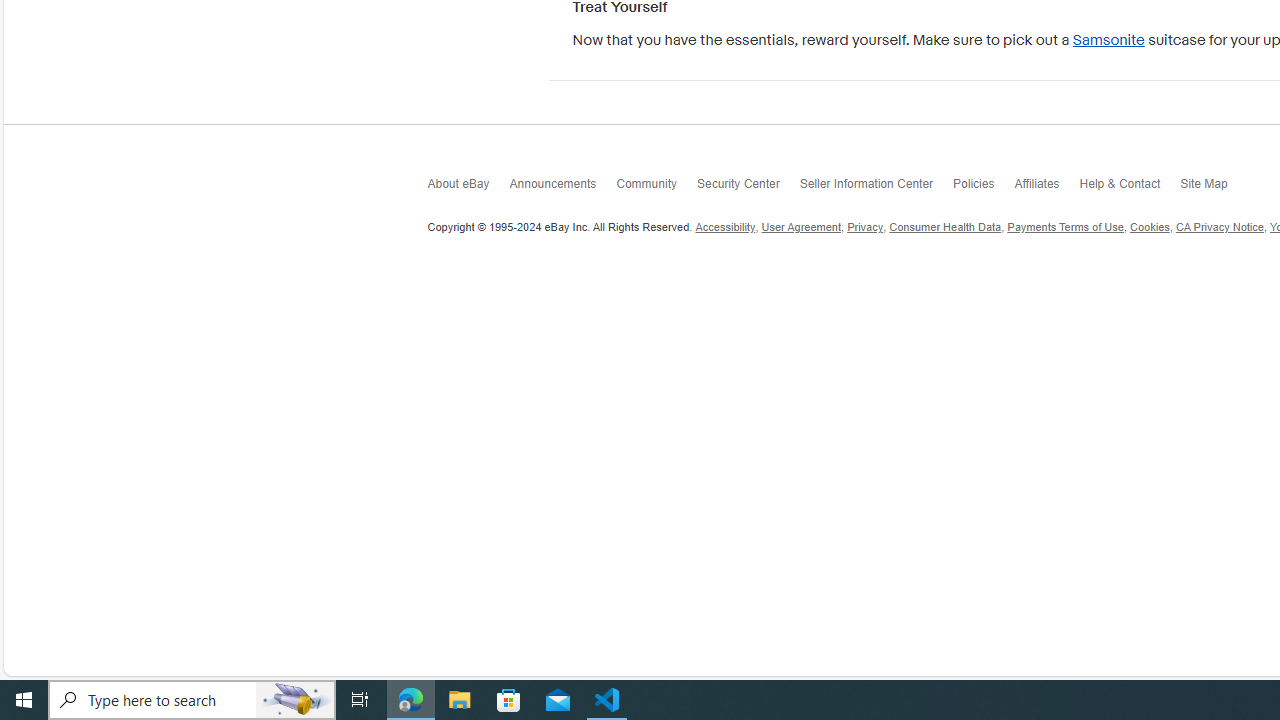  I want to click on 'CA Privacy Notice', so click(1218, 226).